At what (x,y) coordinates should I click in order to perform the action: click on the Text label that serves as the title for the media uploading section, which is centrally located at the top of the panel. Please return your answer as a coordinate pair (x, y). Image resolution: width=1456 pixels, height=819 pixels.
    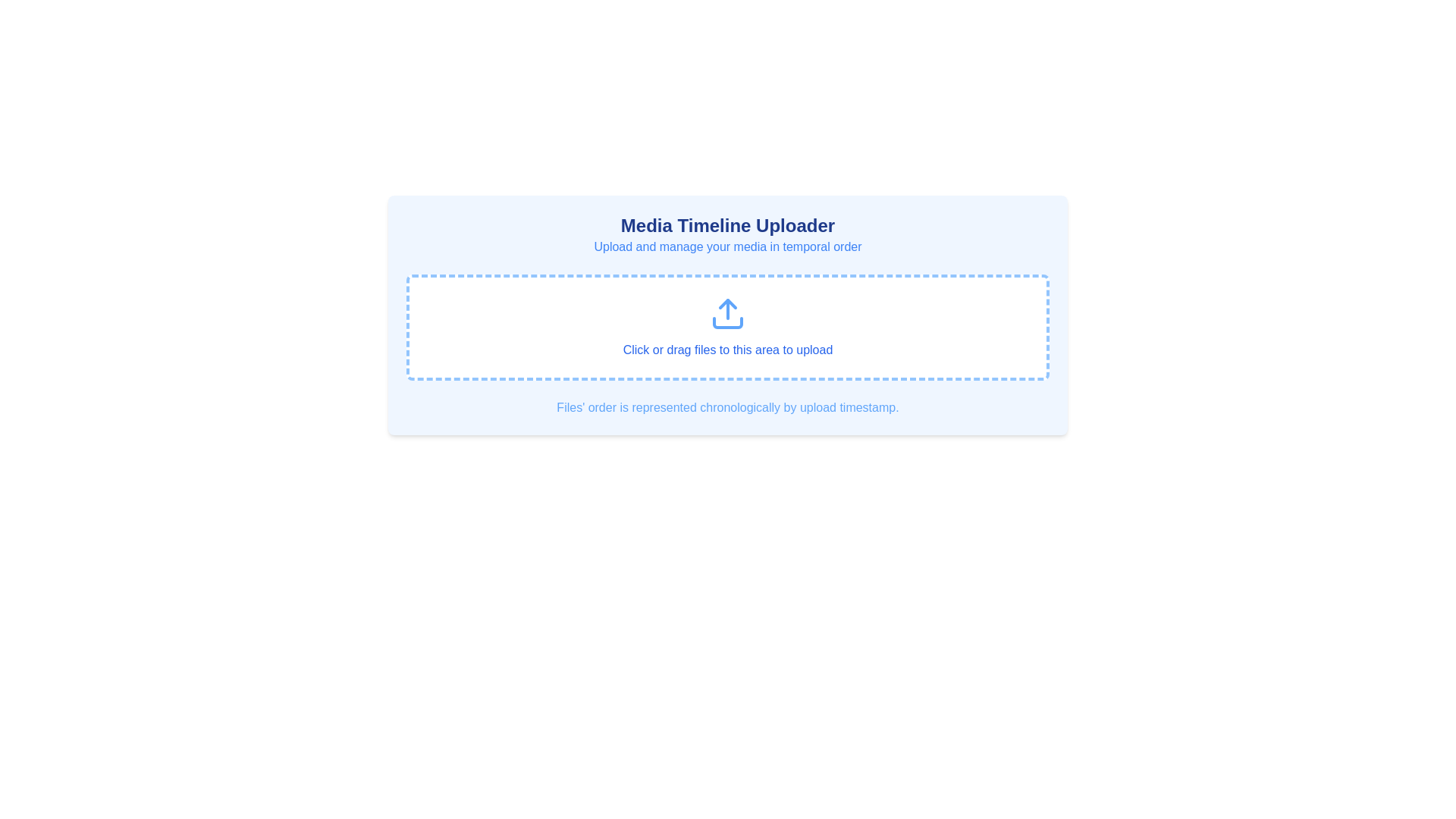
    Looking at the image, I should click on (728, 225).